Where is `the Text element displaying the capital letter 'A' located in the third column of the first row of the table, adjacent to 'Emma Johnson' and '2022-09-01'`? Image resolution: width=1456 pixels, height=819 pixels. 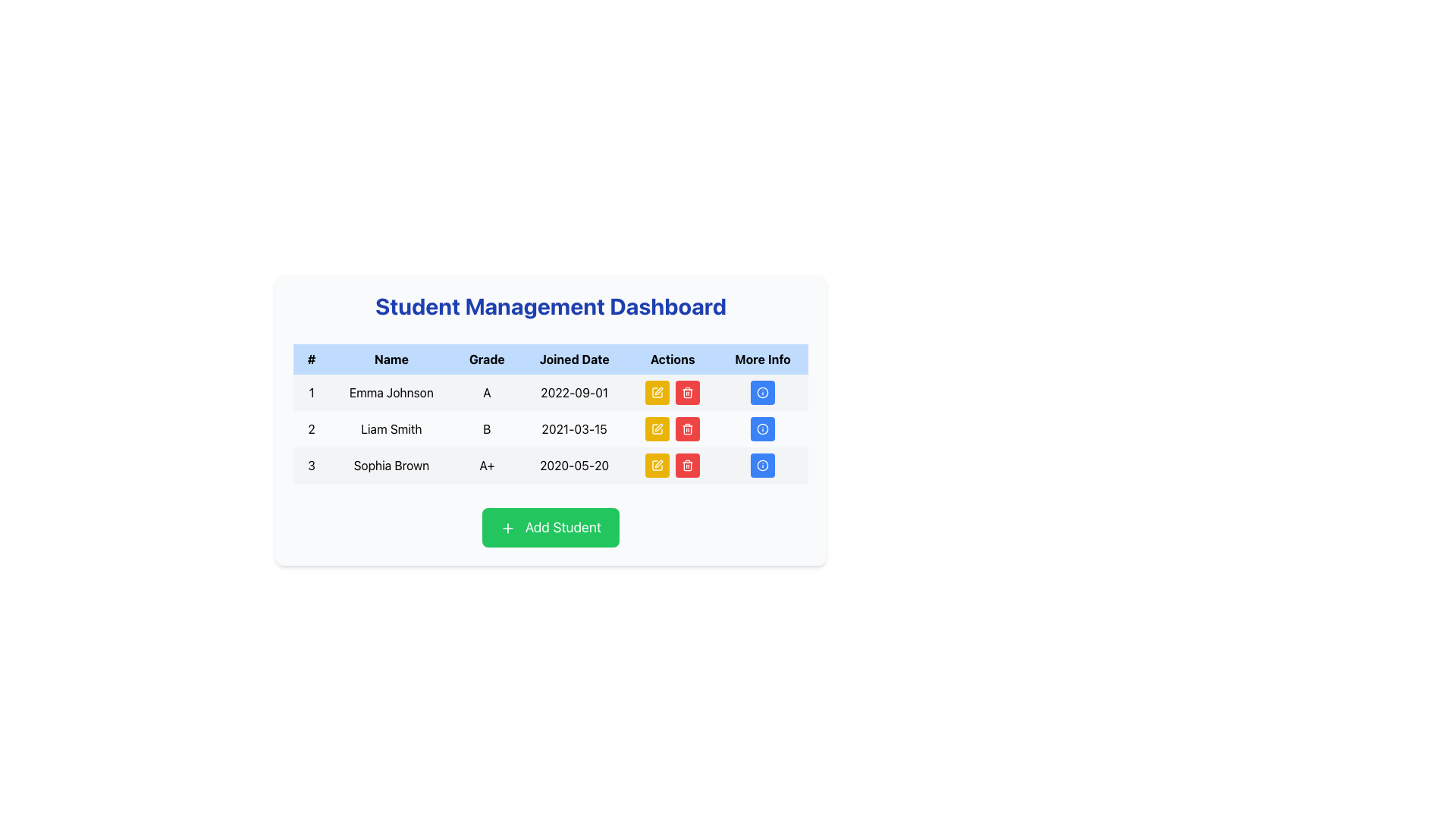
the Text element displaying the capital letter 'A' located in the third column of the first row of the table, adjacent to 'Emma Johnson' and '2022-09-01' is located at coordinates (487, 391).